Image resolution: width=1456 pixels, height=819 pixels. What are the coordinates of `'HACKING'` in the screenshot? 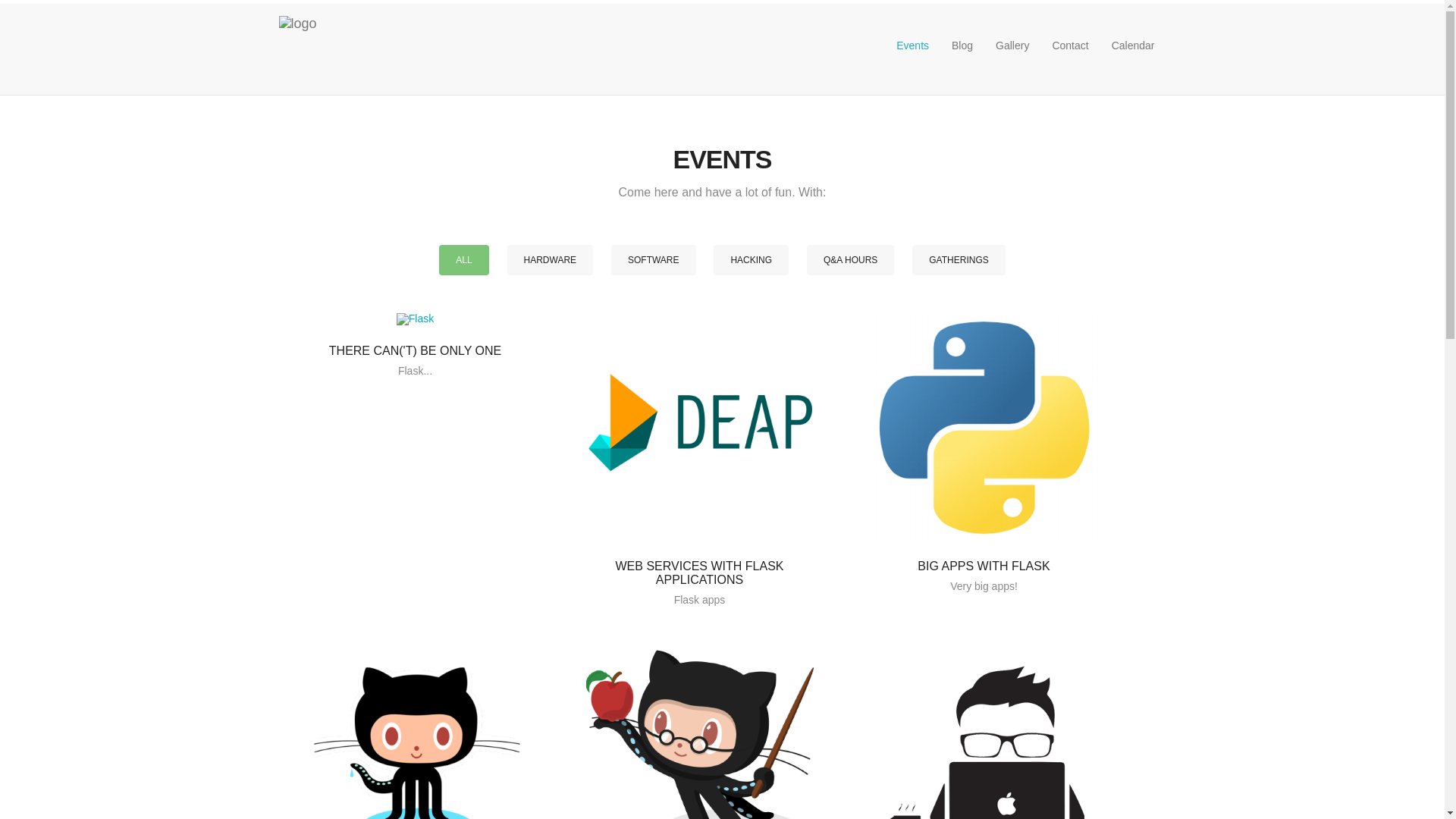 It's located at (712, 259).